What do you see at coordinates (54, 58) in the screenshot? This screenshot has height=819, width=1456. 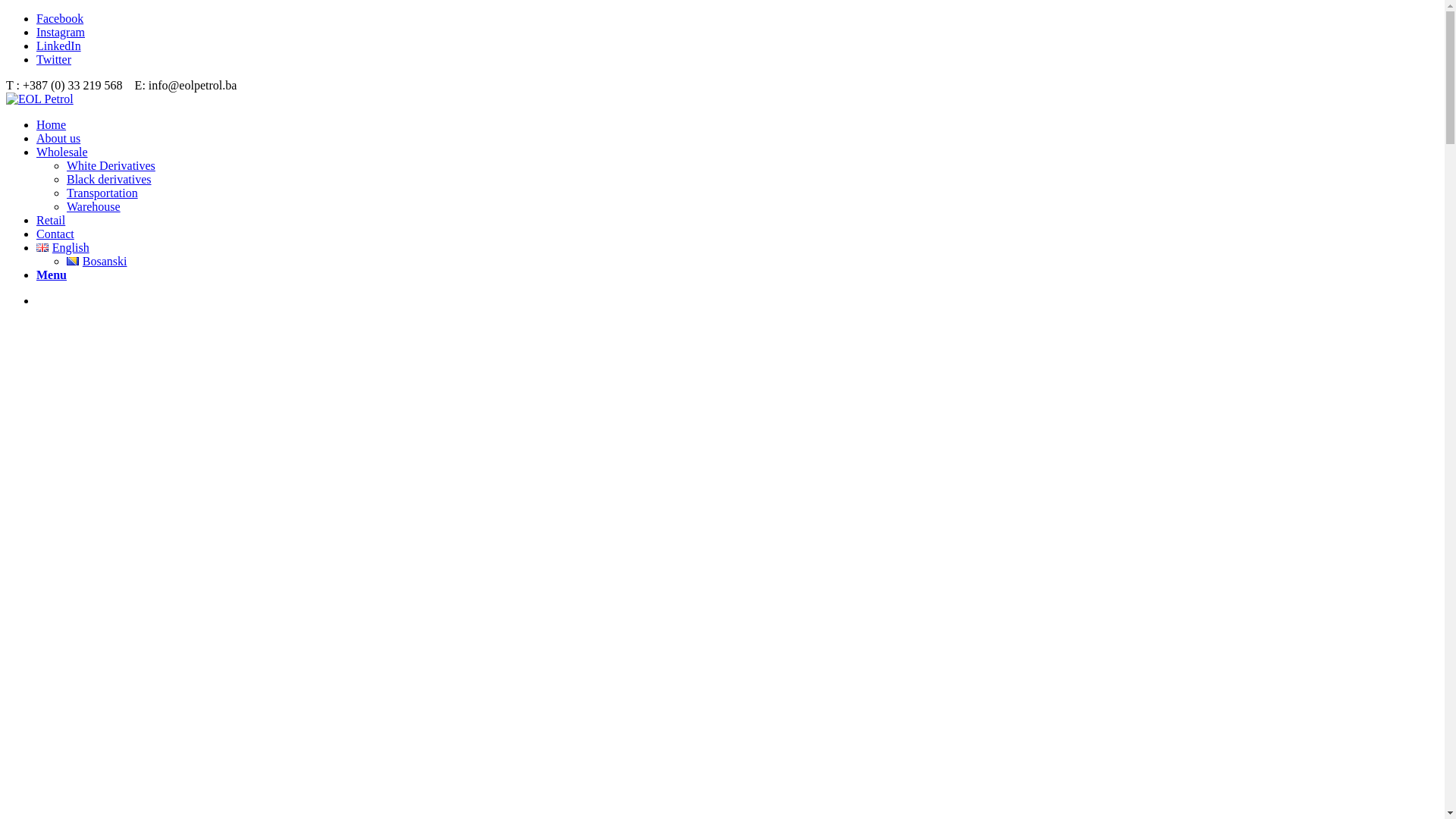 I see `'Twitter'` at bounding box center [54, 58].